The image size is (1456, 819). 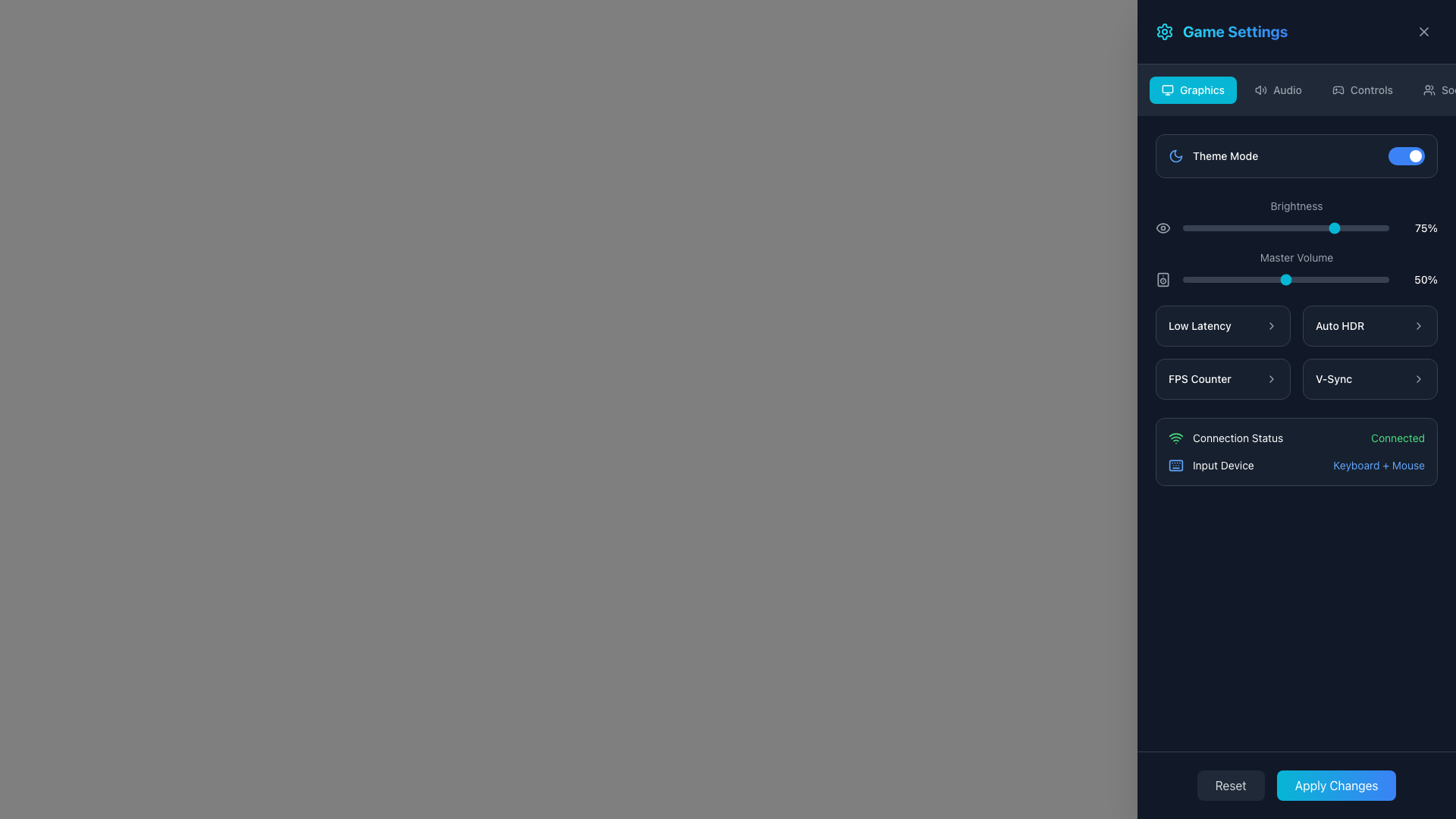 I want to click on the state of the small gray chevron-right arrow icon located to the right of the 'Auto HDR' text within the button group on the 'Graphics' settings panel, so click(x=1418, y=325).